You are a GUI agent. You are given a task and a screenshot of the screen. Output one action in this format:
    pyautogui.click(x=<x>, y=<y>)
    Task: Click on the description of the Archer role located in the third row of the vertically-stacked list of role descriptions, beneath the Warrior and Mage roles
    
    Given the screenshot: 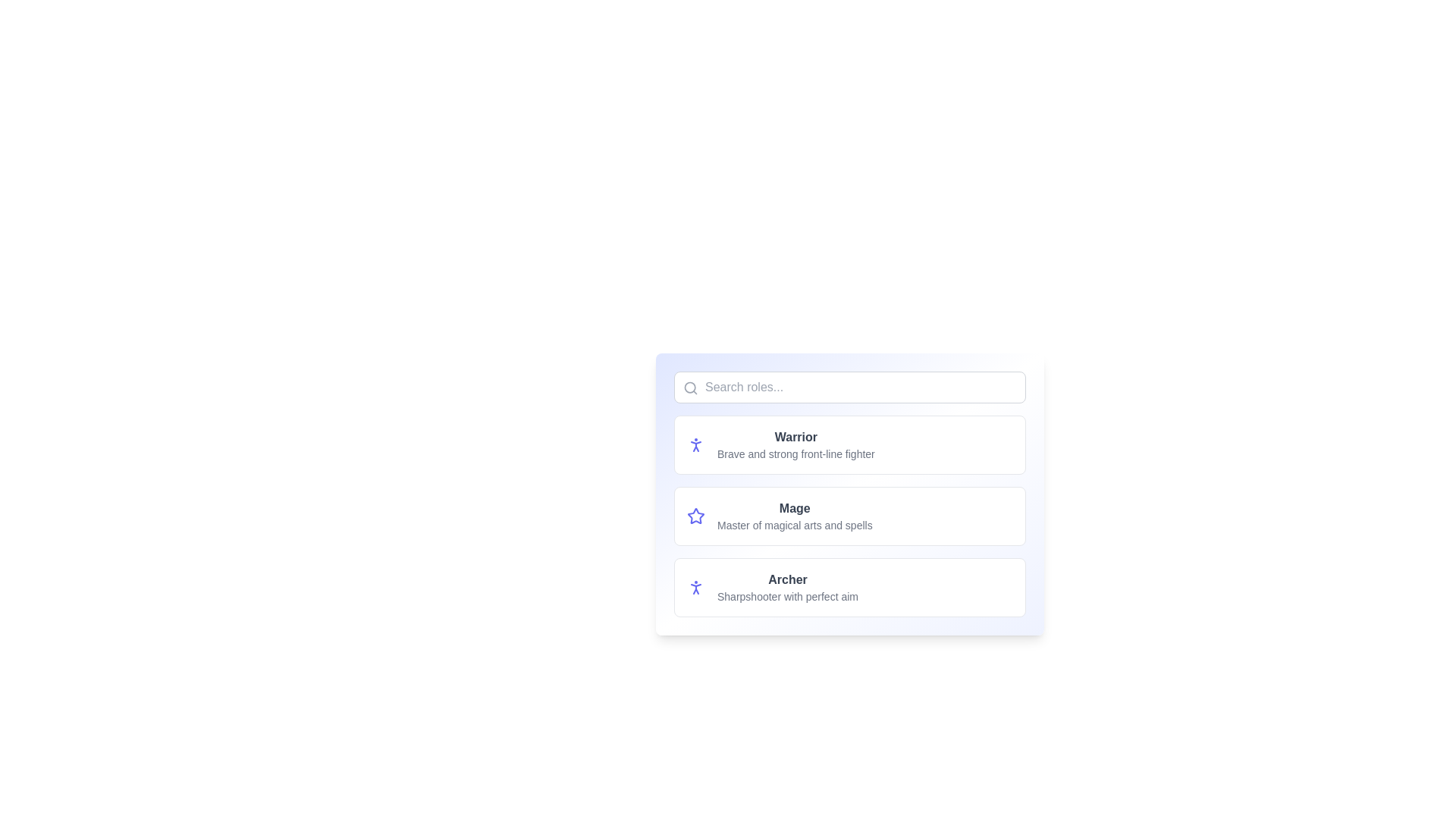 What is the action you would take?
    pyautogui.click(x=787, y=587)
    